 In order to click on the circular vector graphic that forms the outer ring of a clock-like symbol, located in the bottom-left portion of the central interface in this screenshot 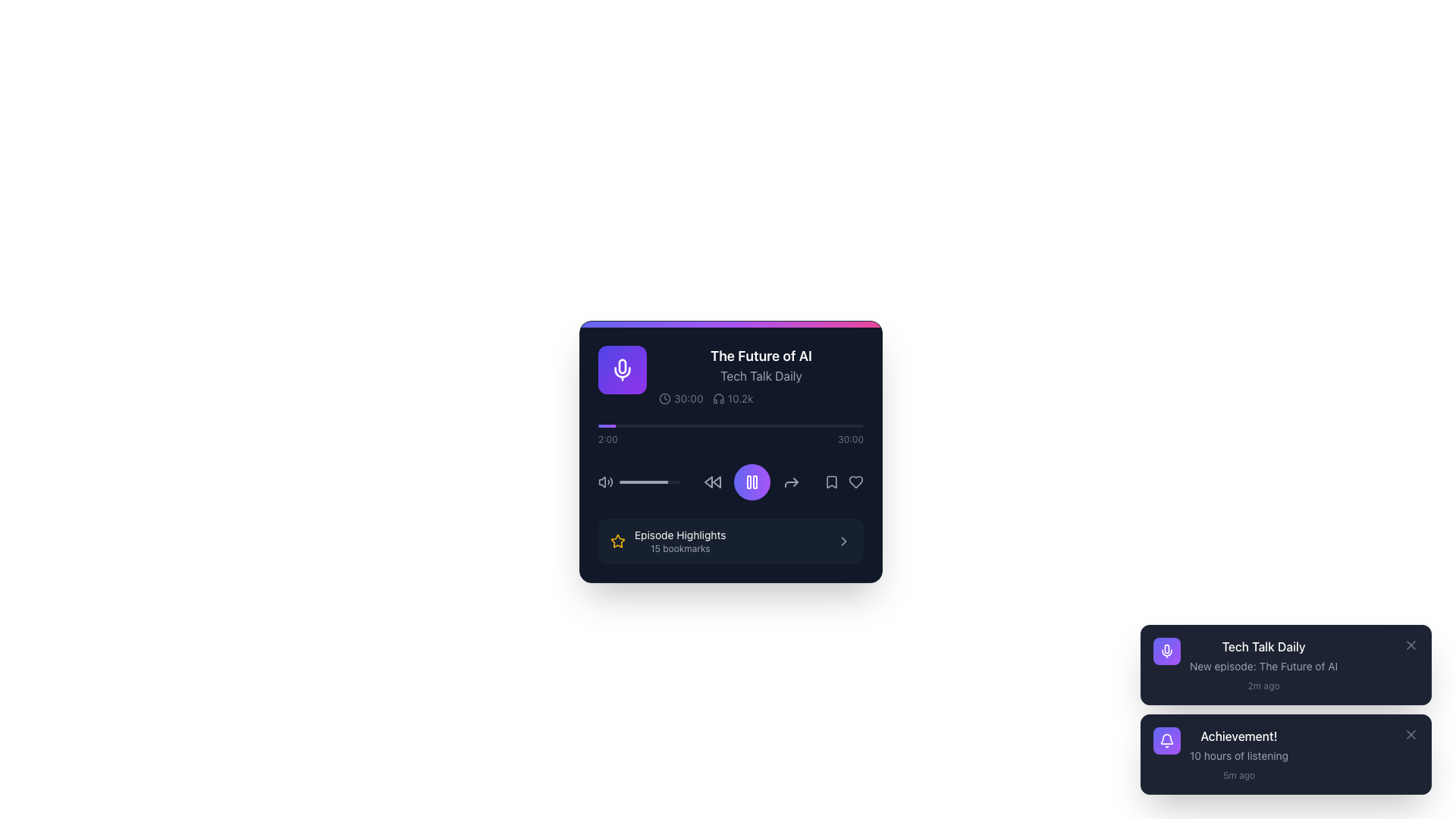, I will do `click(665, 397)`.